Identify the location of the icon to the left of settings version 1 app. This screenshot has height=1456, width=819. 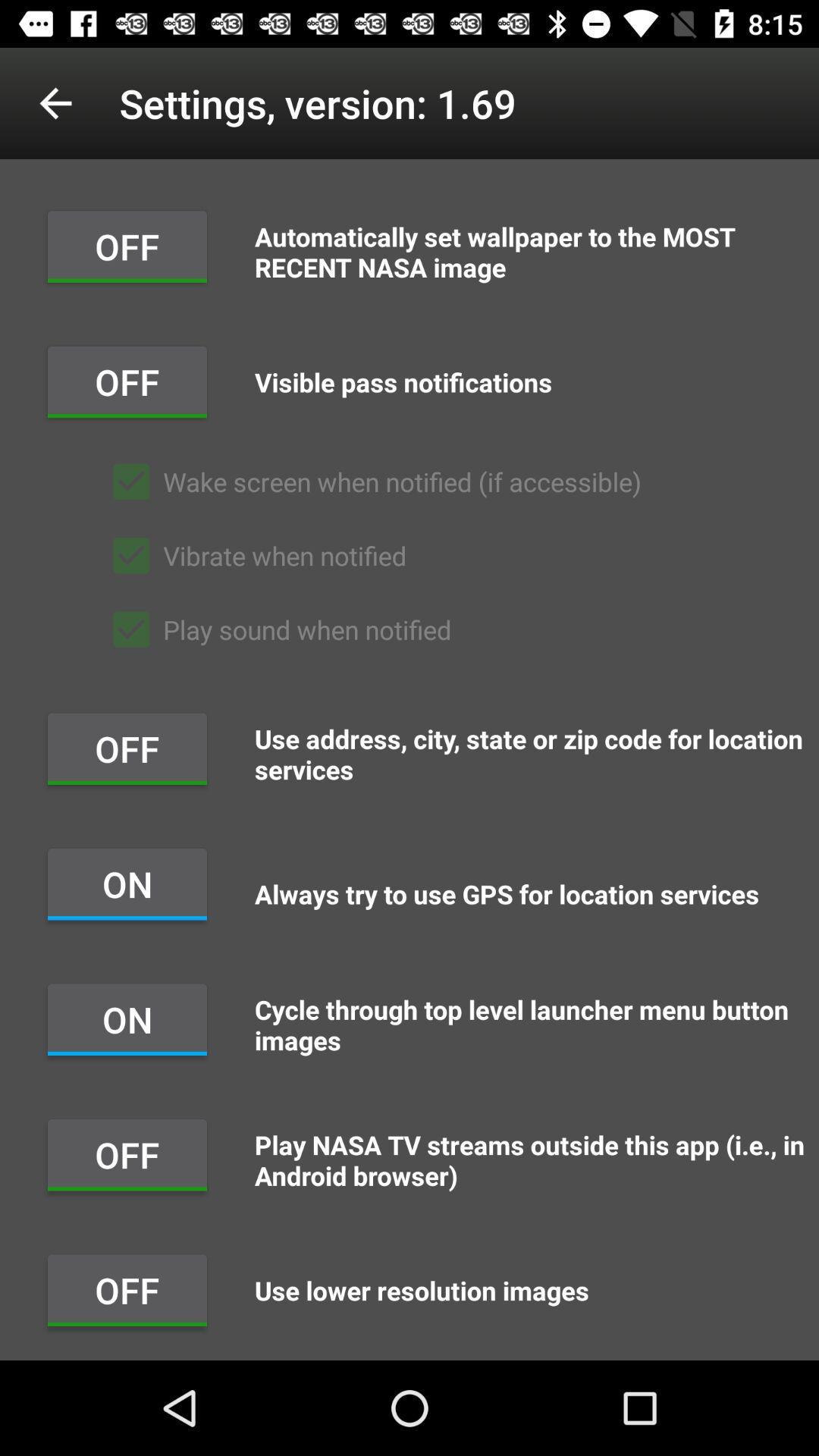
(55, 102).